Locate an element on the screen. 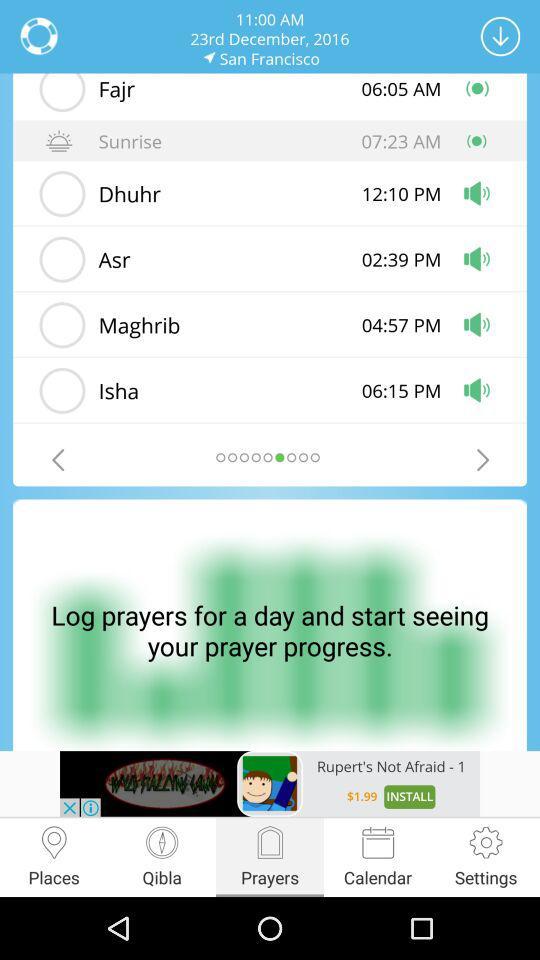  the volume icon is located at coordinates (476, 194).